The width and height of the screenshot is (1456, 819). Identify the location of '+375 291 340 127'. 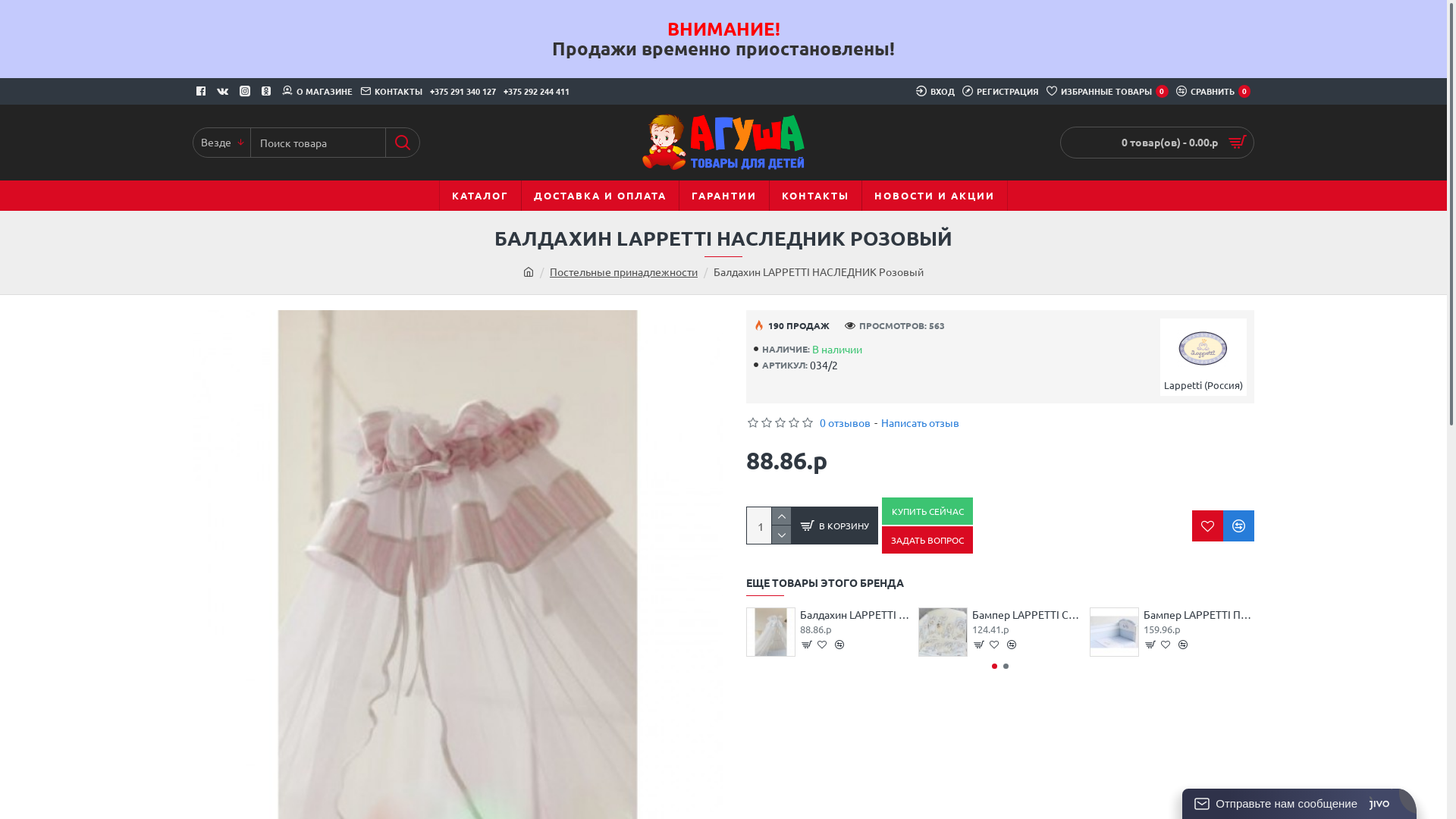
(462, 91).